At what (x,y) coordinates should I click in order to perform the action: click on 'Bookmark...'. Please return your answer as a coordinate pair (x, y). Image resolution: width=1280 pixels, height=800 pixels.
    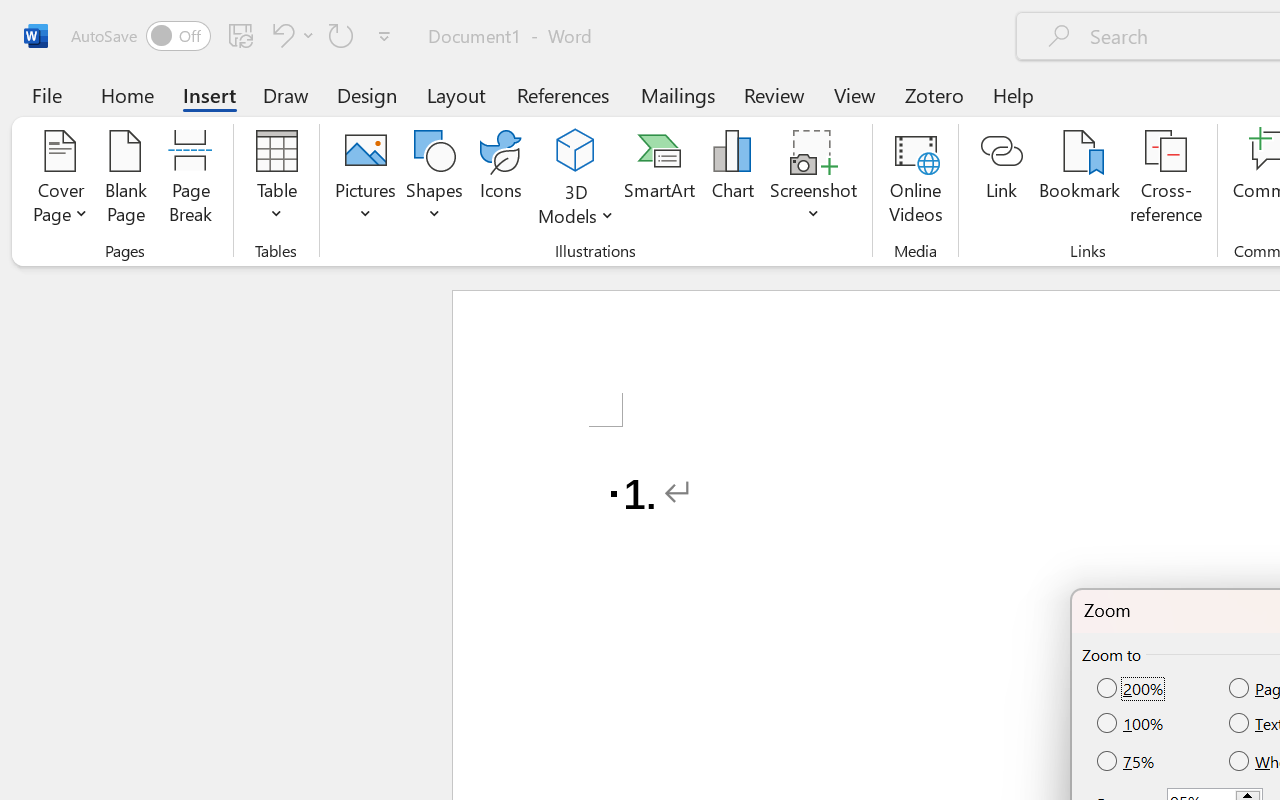
    Looking at the image, I should click on (1078, 179).